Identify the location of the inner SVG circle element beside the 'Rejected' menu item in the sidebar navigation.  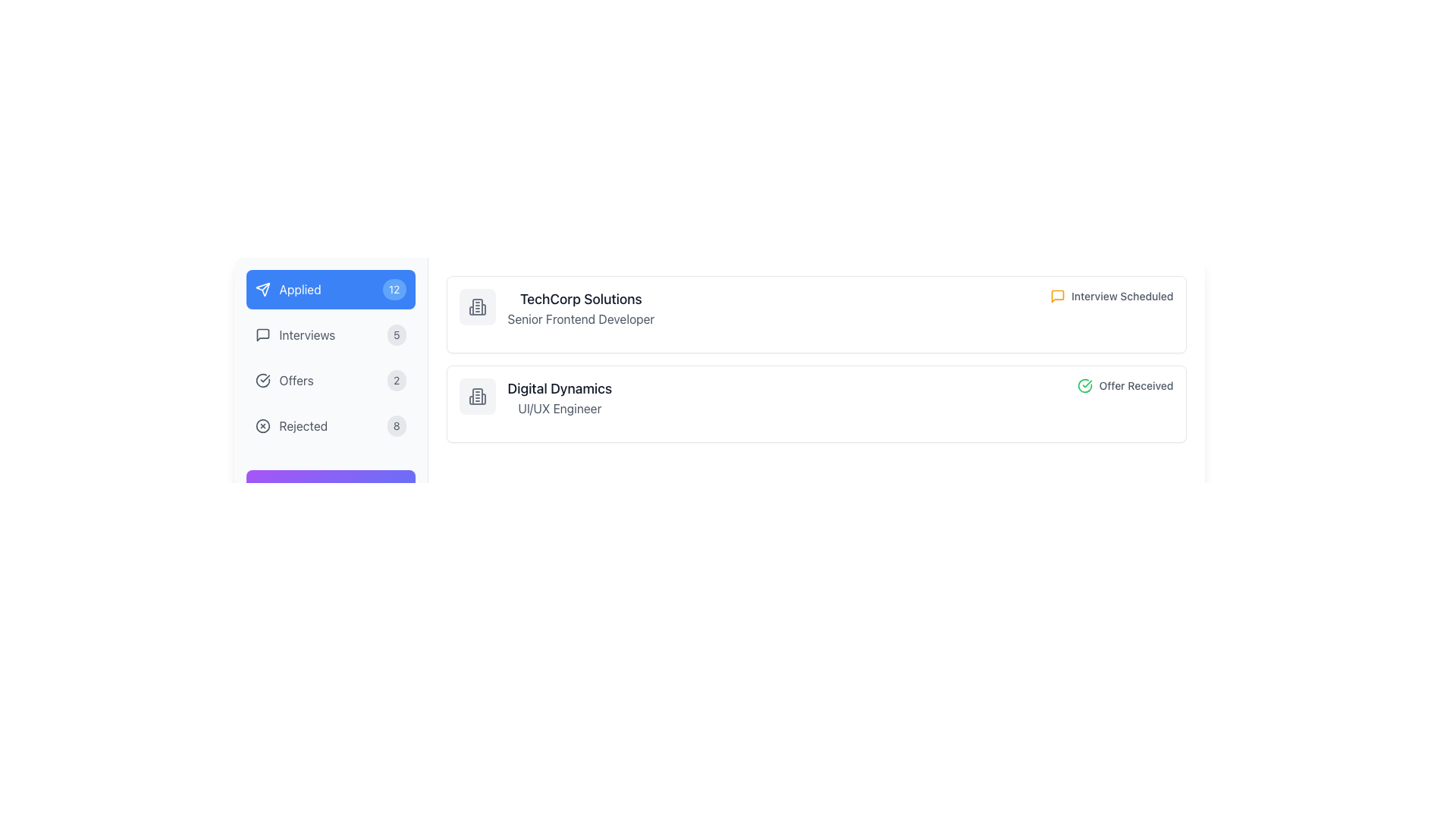
(262, 426).